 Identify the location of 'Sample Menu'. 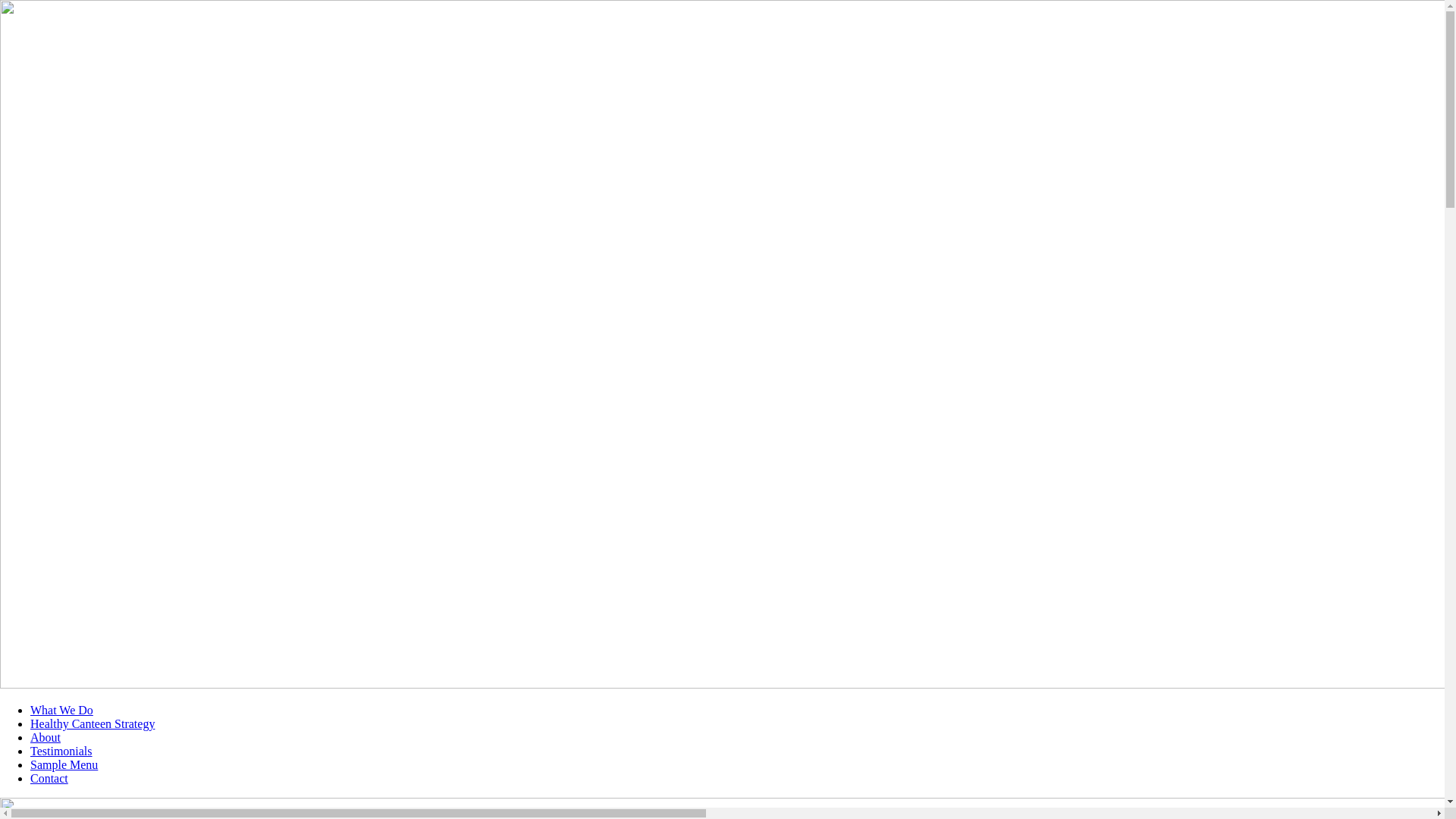
(63, 764).